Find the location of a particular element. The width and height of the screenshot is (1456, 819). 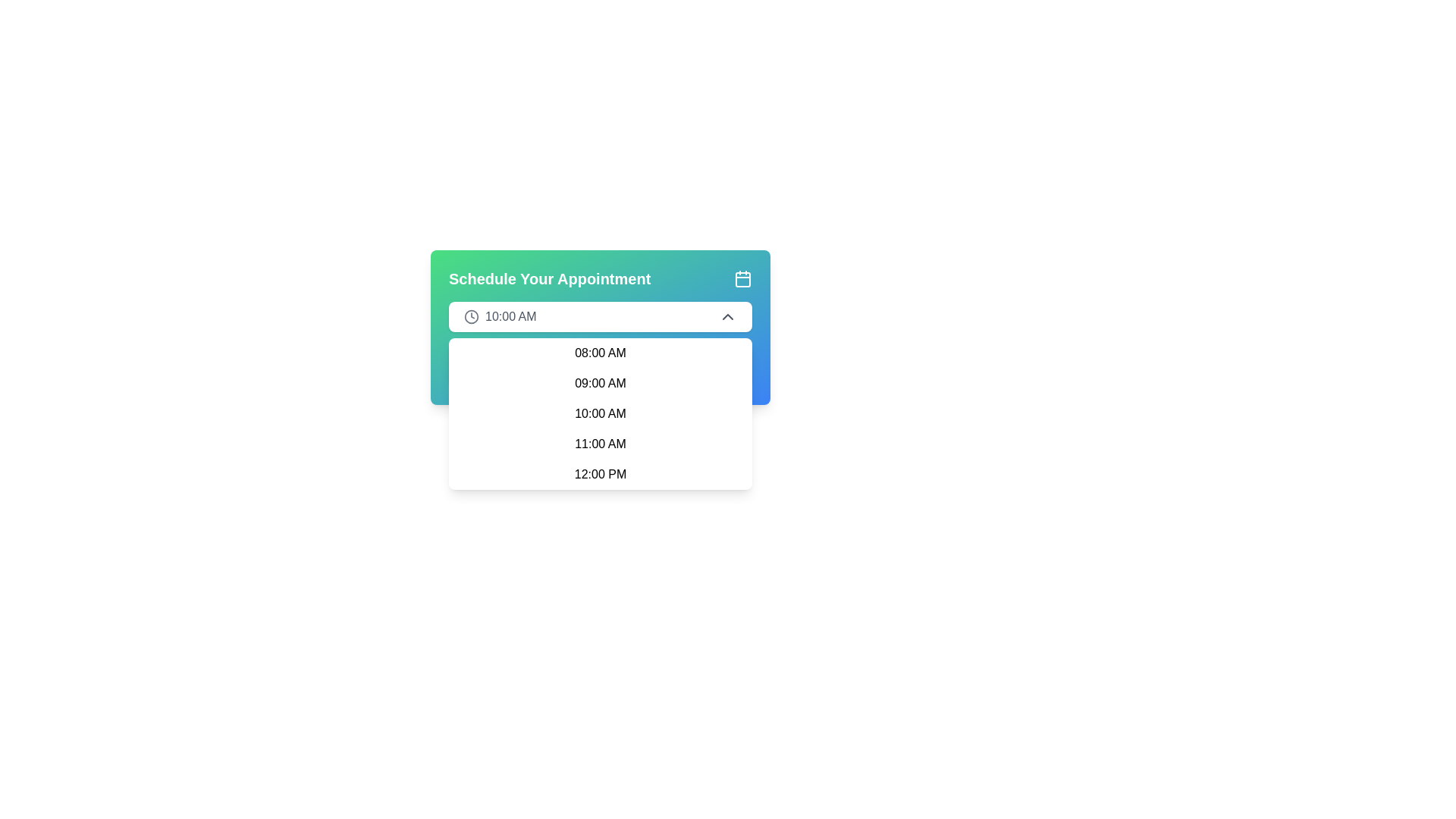

the Dropdown menu labeled 'Schedule Your Appointment' is located at coordinates (600, 327).